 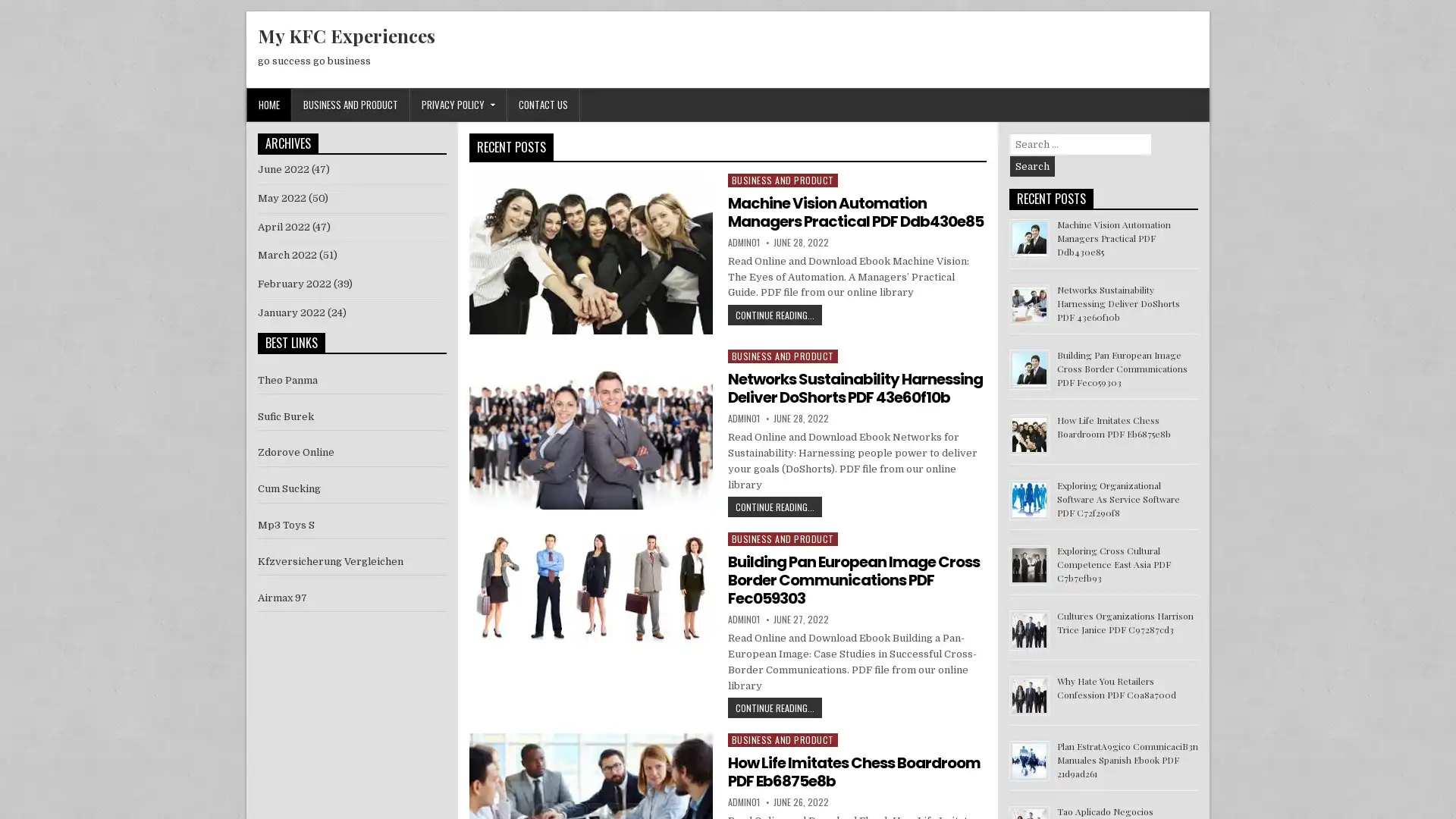 What do you see at coordinates (1031, 166) in the screenshot?
I see `Search` at bounding box center [1031, 166].